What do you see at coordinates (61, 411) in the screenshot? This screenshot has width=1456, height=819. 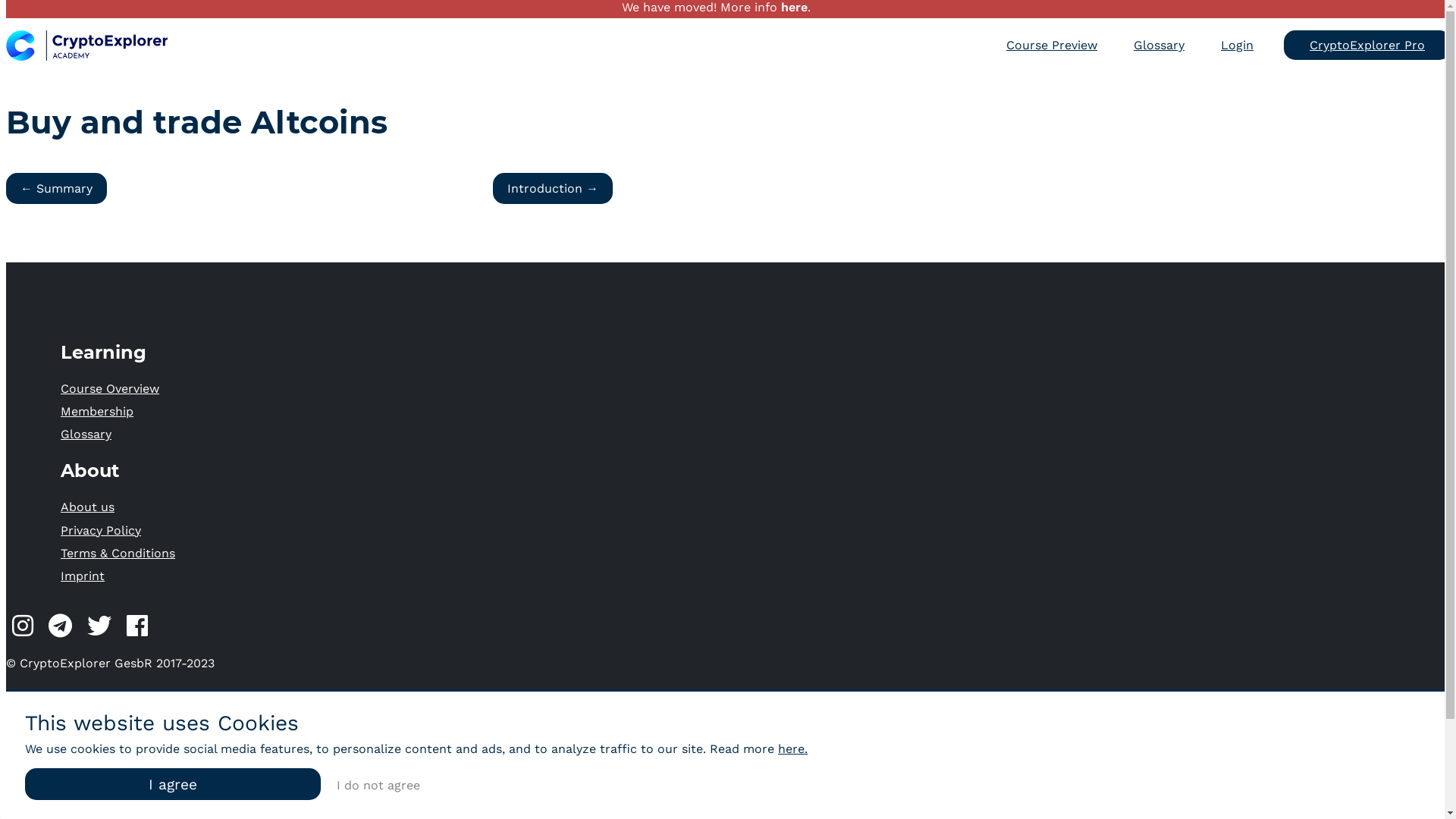 I see `'Membership'` at bounding box center [61, 411].